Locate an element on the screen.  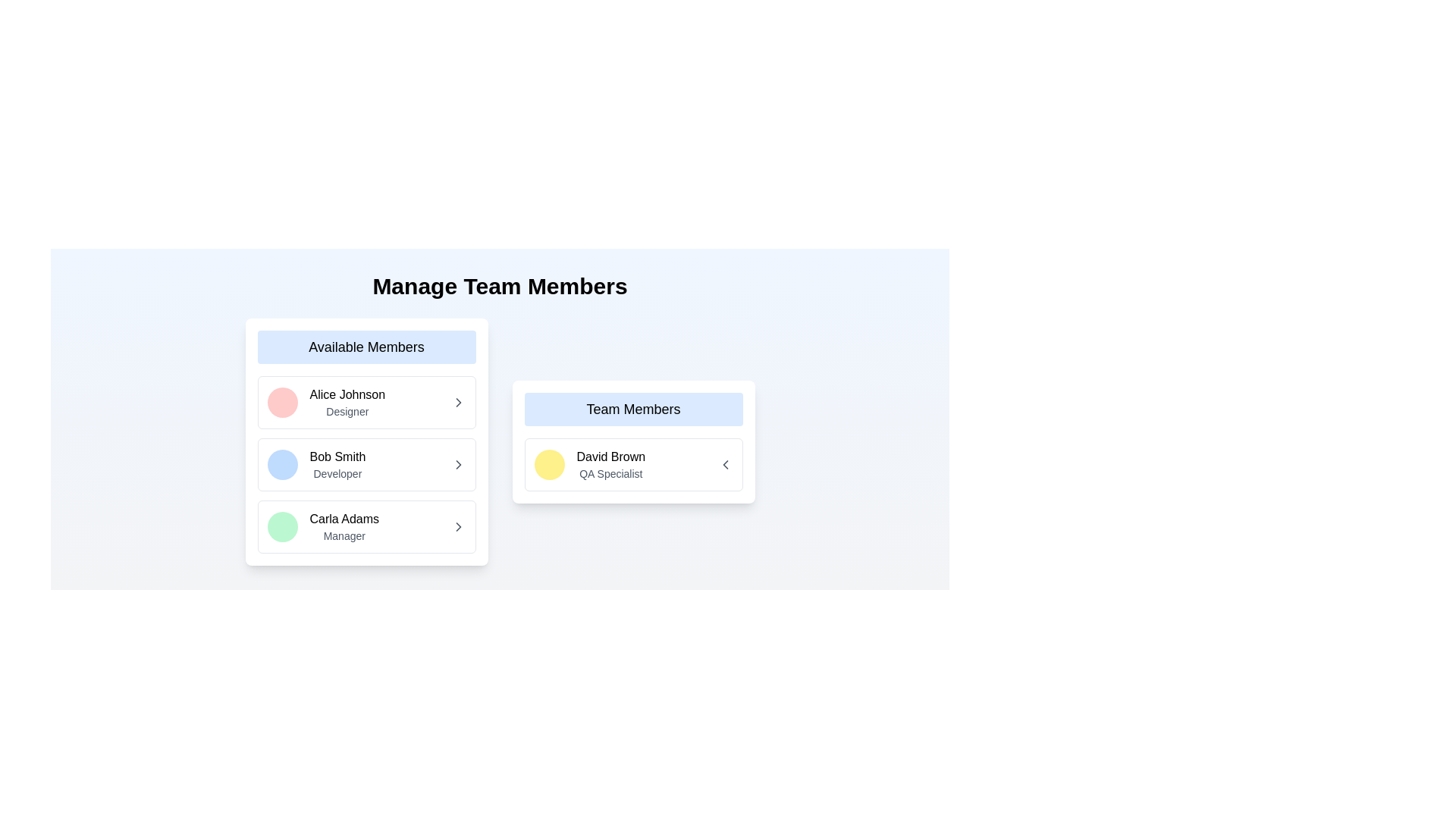
the list item featuring 'Carla Adams', a green circular icon, and navigation arrow is located at coordinates (366, 526).